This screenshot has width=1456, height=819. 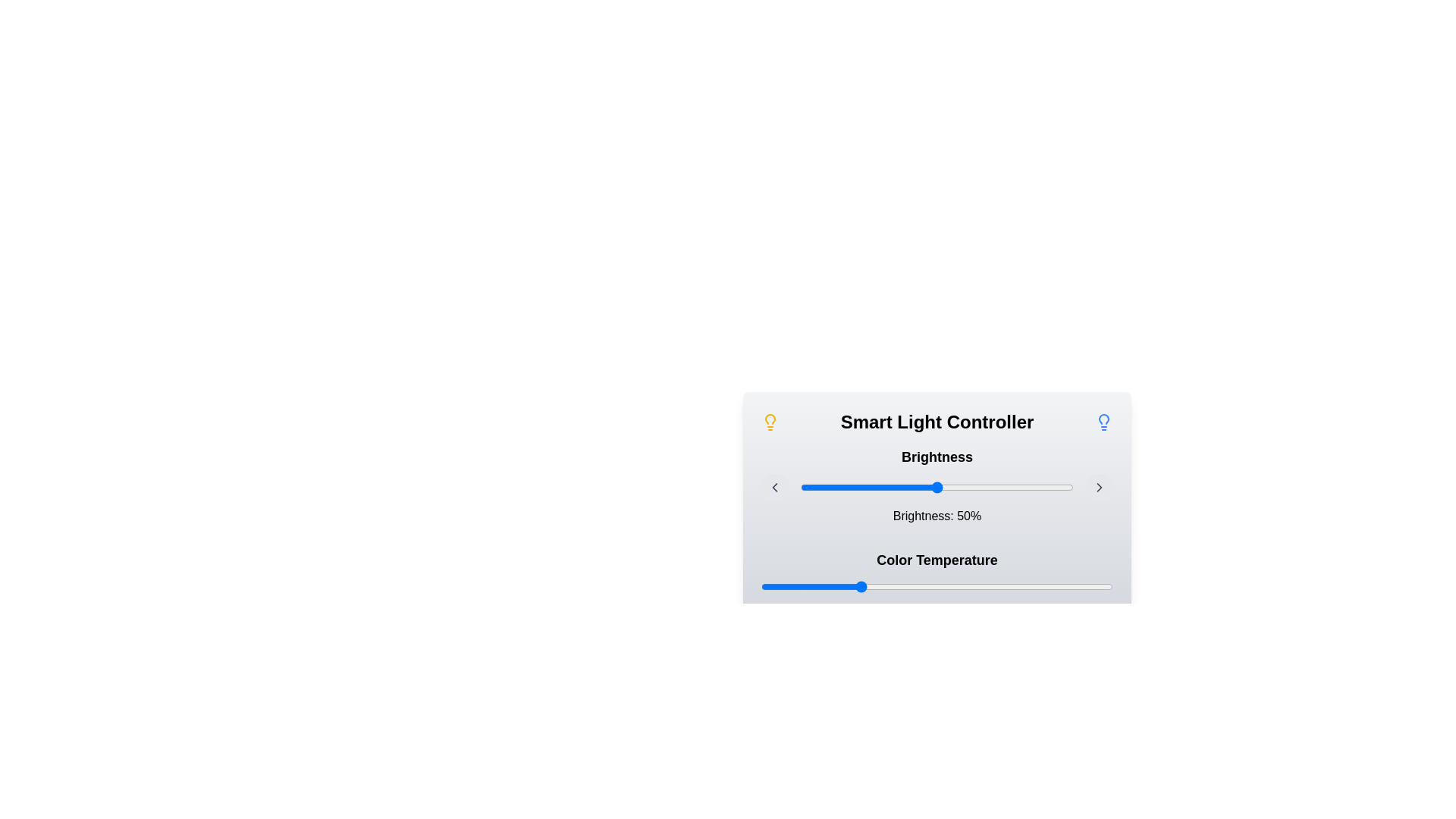 What do you see at coordinates (937, 560) in the screenshot?
I see `the text label that describes the color temperature adjustment section, located at the top of the grouped section in the lower half of the interface` at bounding box center [937, 560].